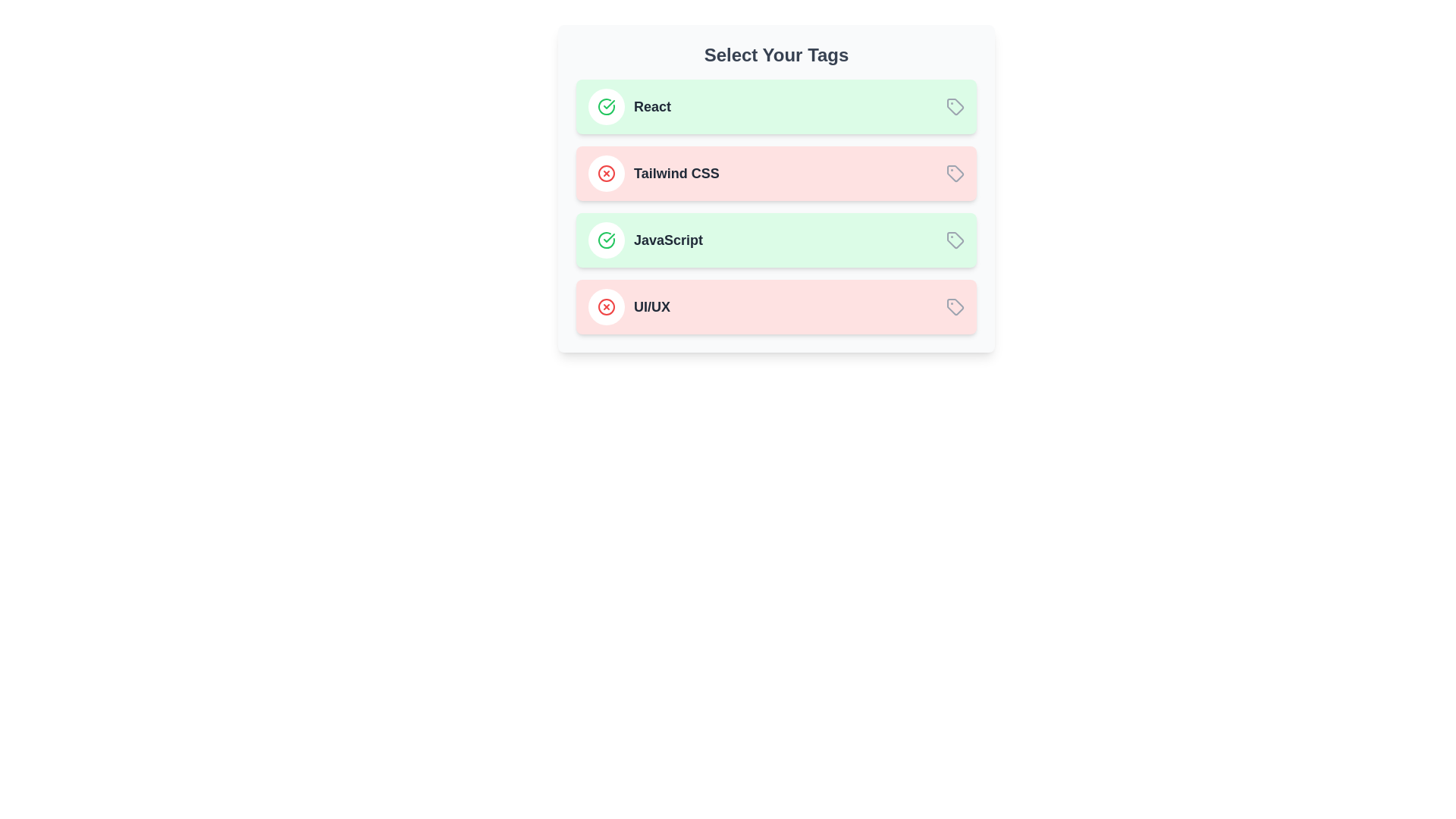 The width and height of the screenshot is (1456, 819). I want to click on the 'JavaScript' selectable button, which is a horizontally elongated green button with rounded corners and a shadow effect, located between the 'Tailwind CSS' button and the 'UI/UX' button, so click(776, 239).